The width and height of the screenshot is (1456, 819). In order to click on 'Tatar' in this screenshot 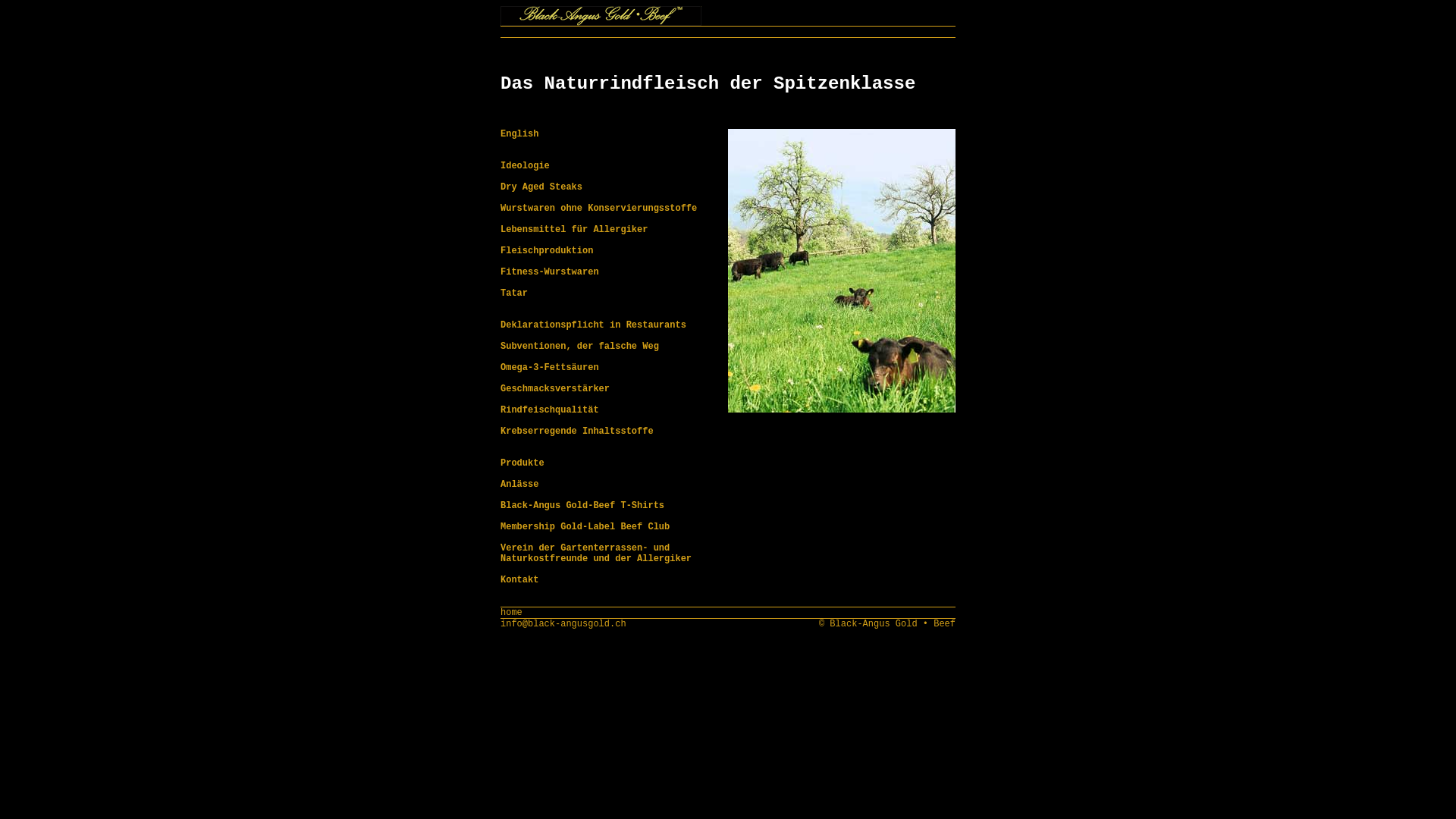, I will do `click(513, 293)`.